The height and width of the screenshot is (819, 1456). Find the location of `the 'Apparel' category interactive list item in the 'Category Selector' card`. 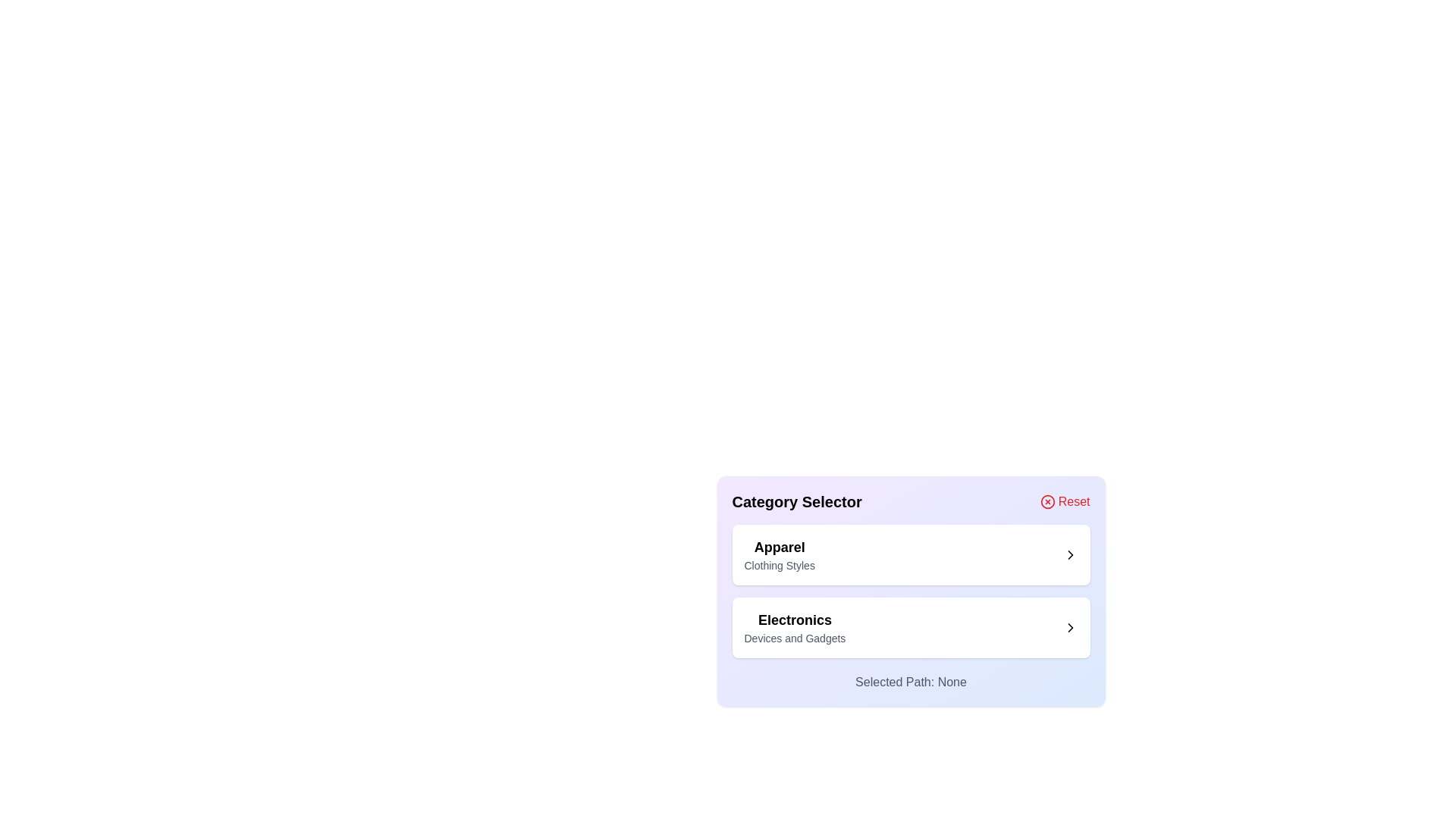

the 'Apparel' category interactive list item in the 'Category Selector' card is located at coordinates (910, 555).